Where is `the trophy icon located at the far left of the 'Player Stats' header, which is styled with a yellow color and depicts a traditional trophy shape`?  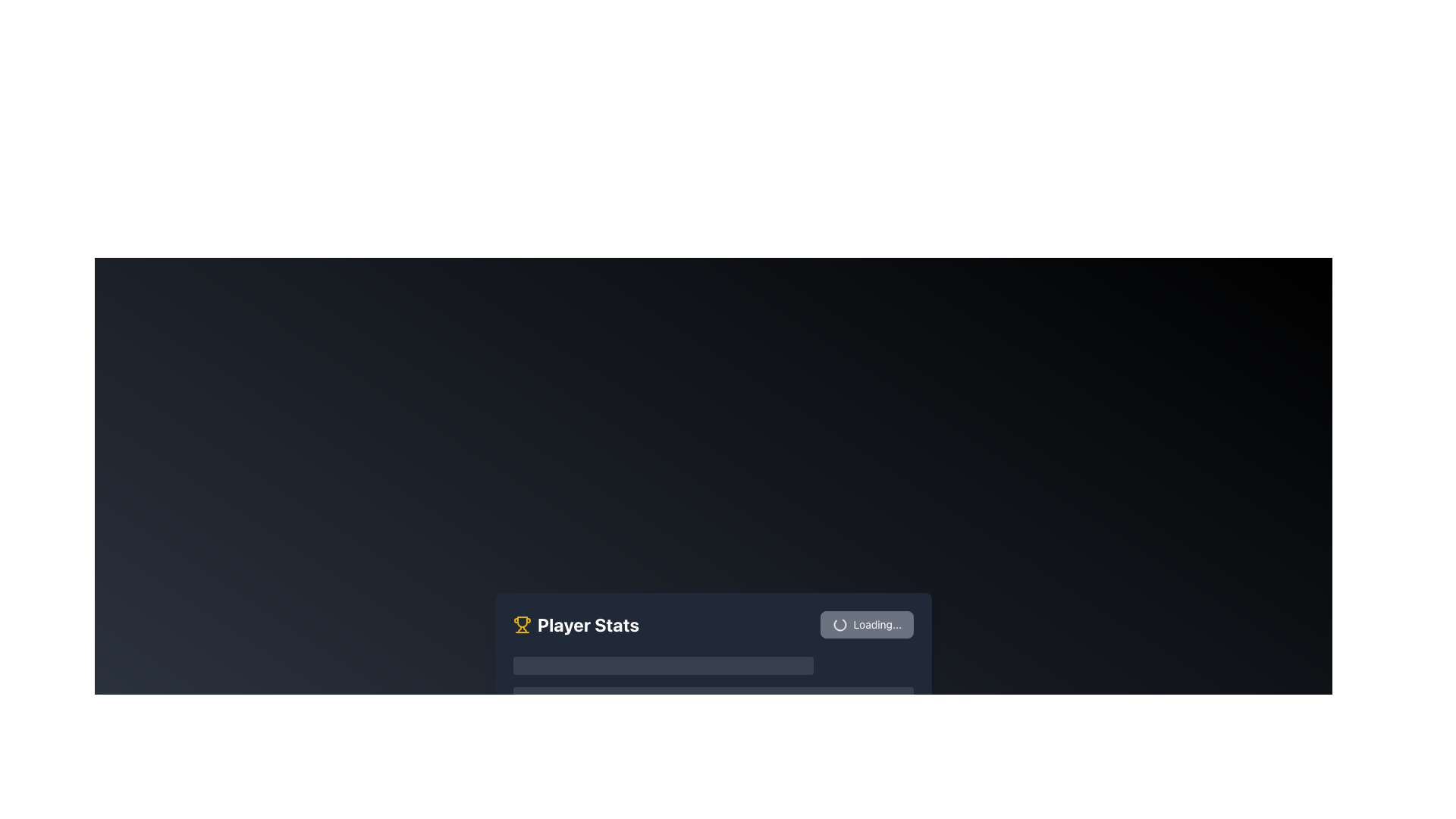
the trophy icon located at the far left of the 'Player Stats' header, which is styled with a yellow color and depicts a traditional trophy shape is located at coordinates (522, 625).